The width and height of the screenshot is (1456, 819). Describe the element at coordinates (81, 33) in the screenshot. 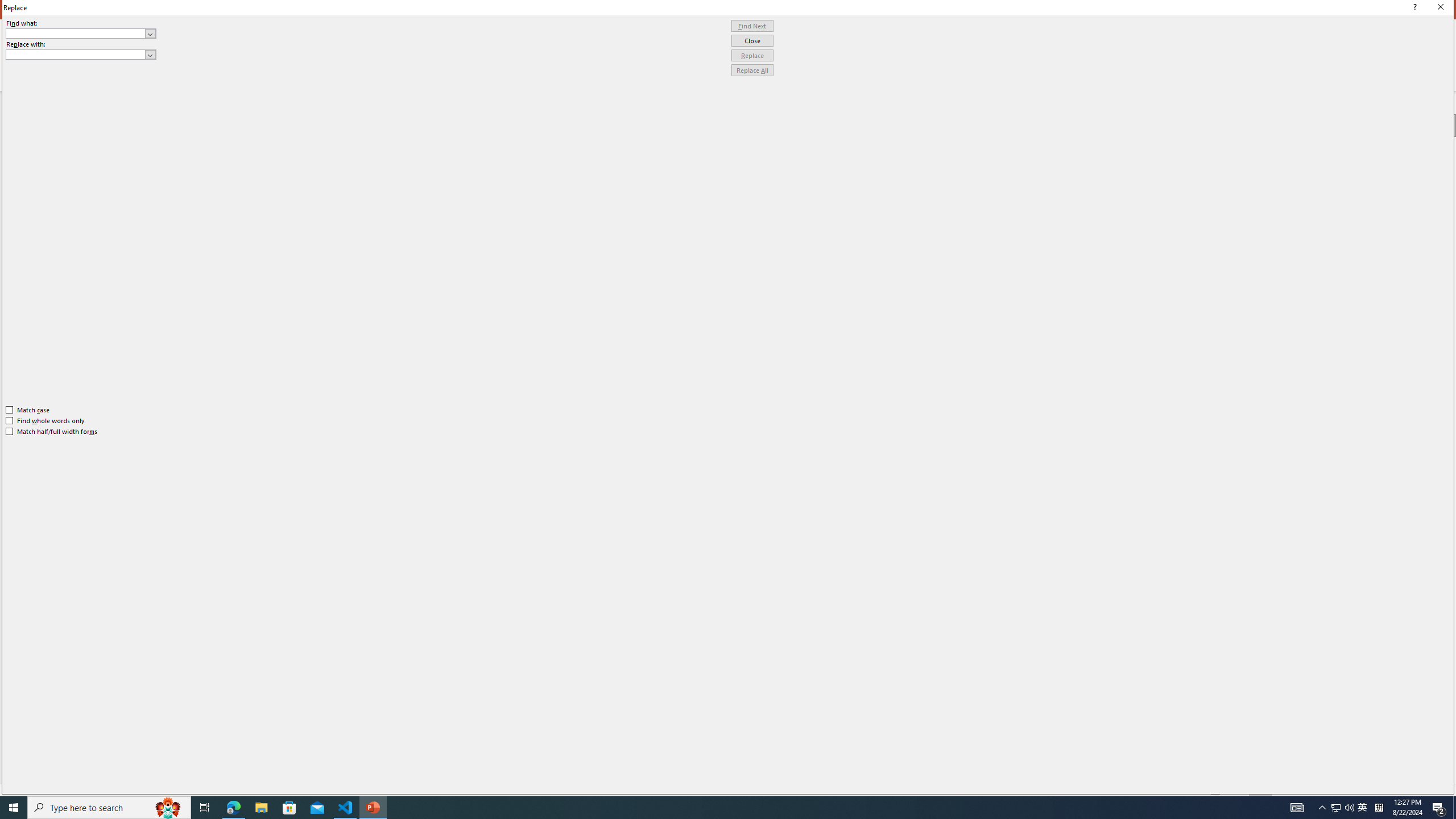

I see `'Find what'` at that location.